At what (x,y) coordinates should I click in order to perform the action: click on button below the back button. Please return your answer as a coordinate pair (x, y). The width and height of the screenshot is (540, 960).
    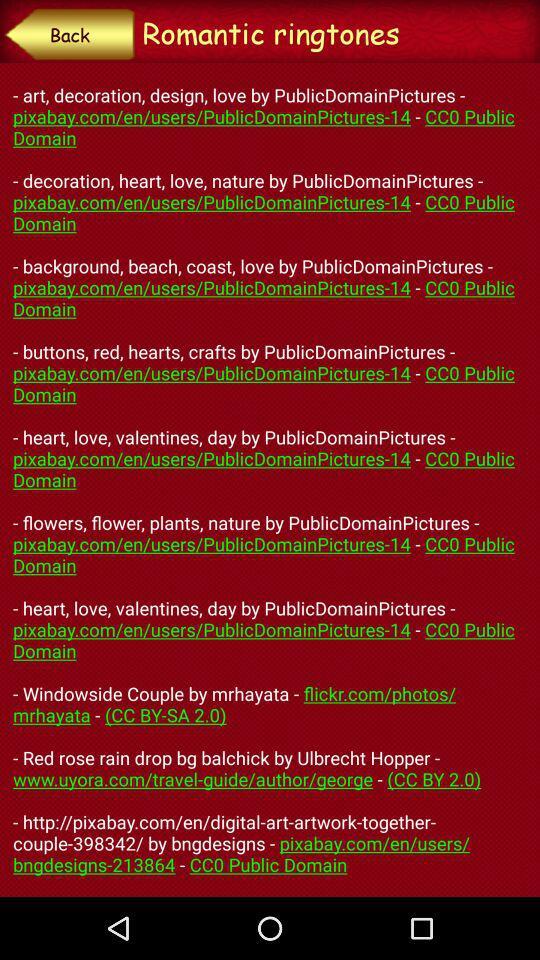
    Looking at the image, I should click on (270, 480).